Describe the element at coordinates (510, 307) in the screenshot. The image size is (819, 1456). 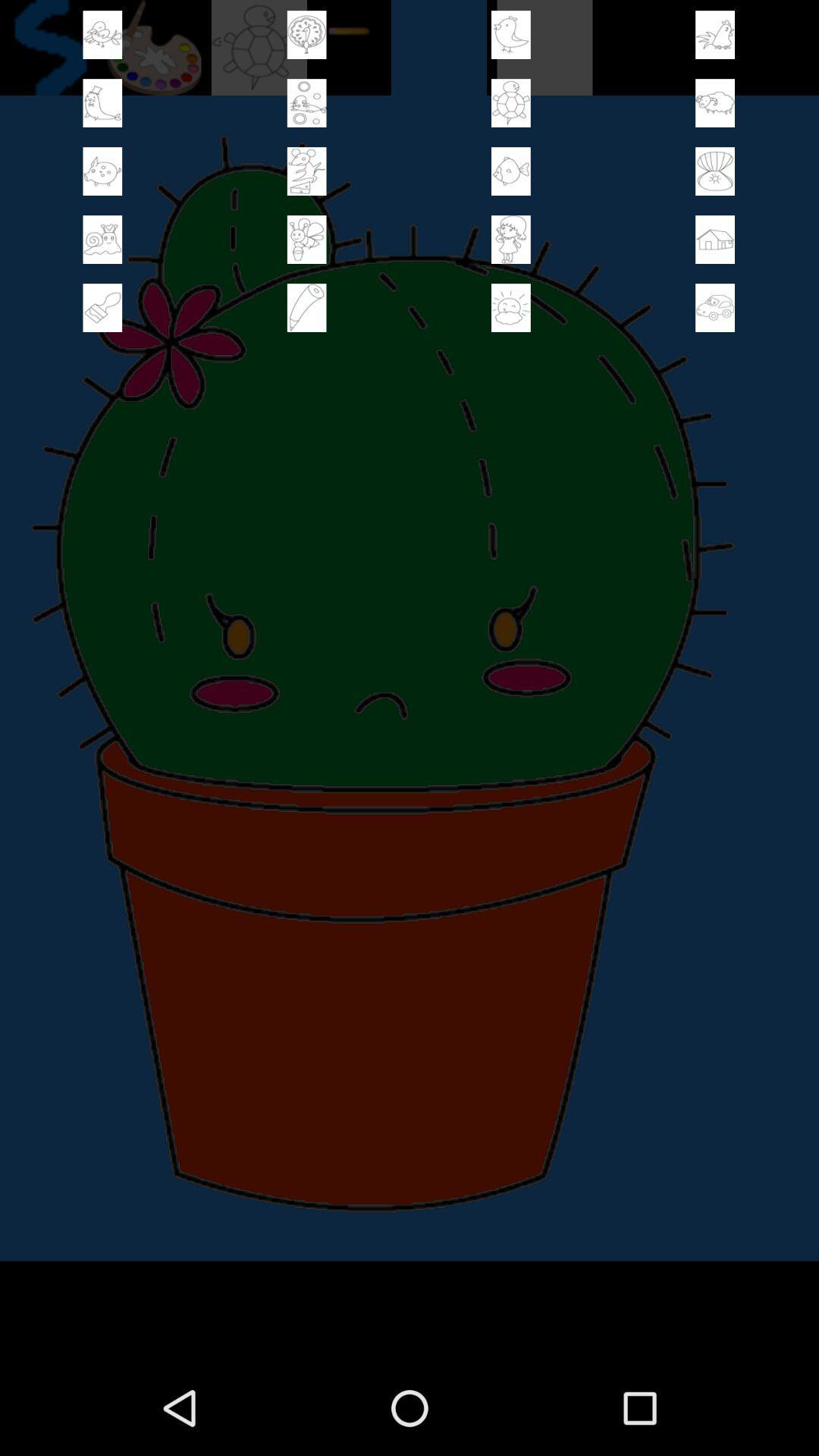
I see `sticker` at that location.